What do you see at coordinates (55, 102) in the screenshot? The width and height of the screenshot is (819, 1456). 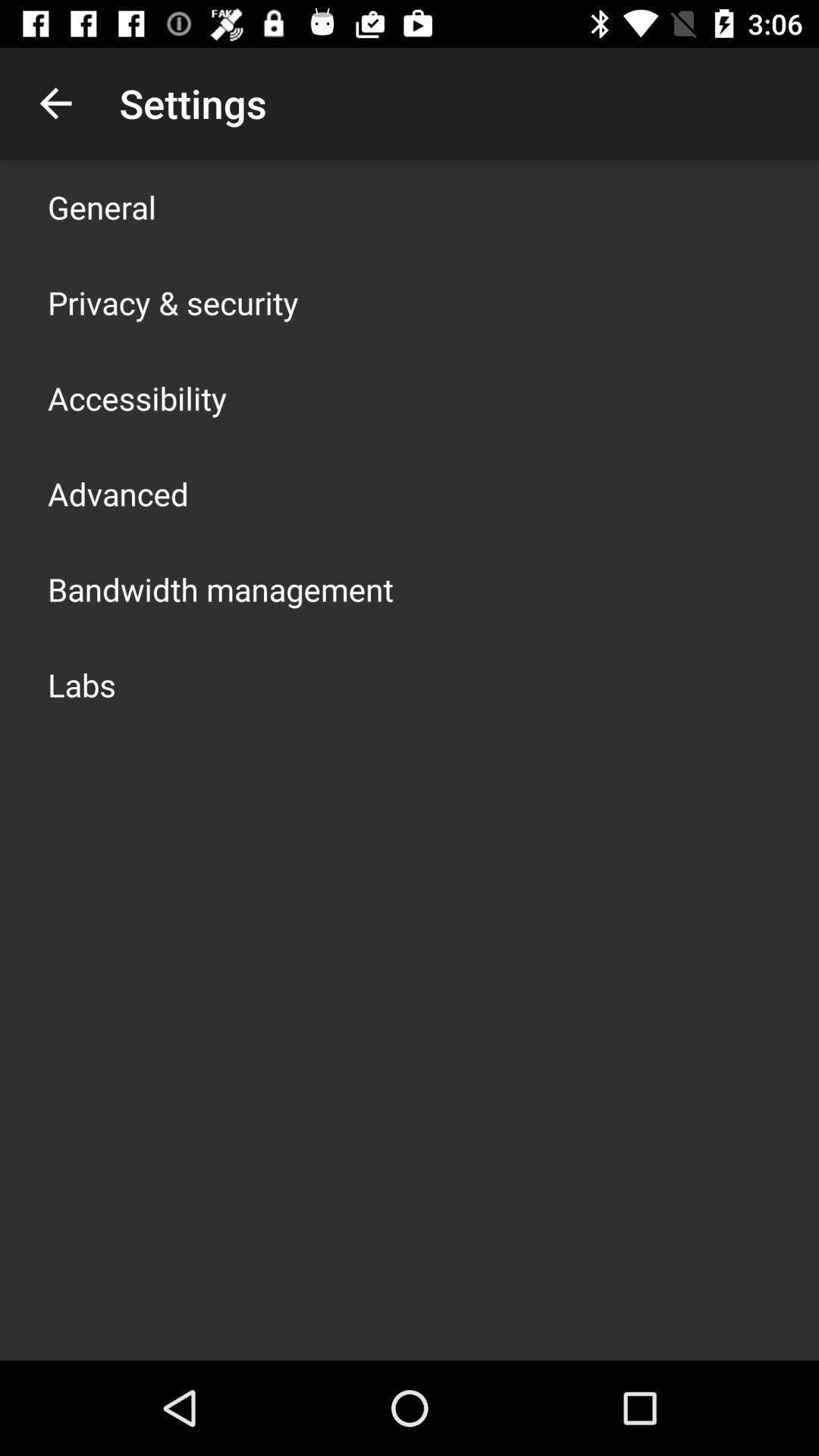 I see `the icon next to the settings icon` at bounding box center [55, 102].